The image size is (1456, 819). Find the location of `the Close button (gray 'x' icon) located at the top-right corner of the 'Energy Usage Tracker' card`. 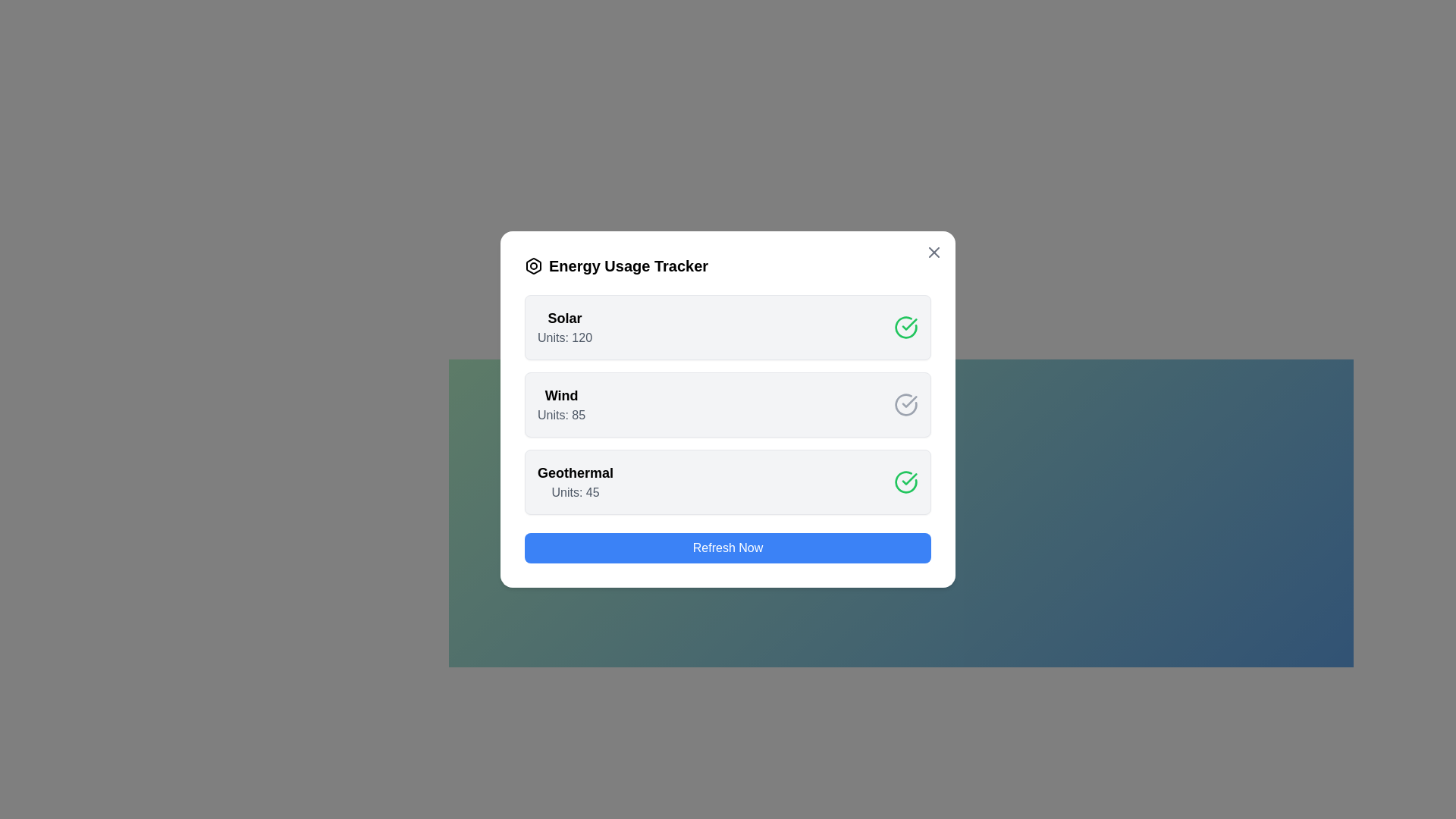

the Close button (gray 'x' icon) located at the top-right corner of the 'Energy Usage Tracker' card is located at coordinates (934, 251).